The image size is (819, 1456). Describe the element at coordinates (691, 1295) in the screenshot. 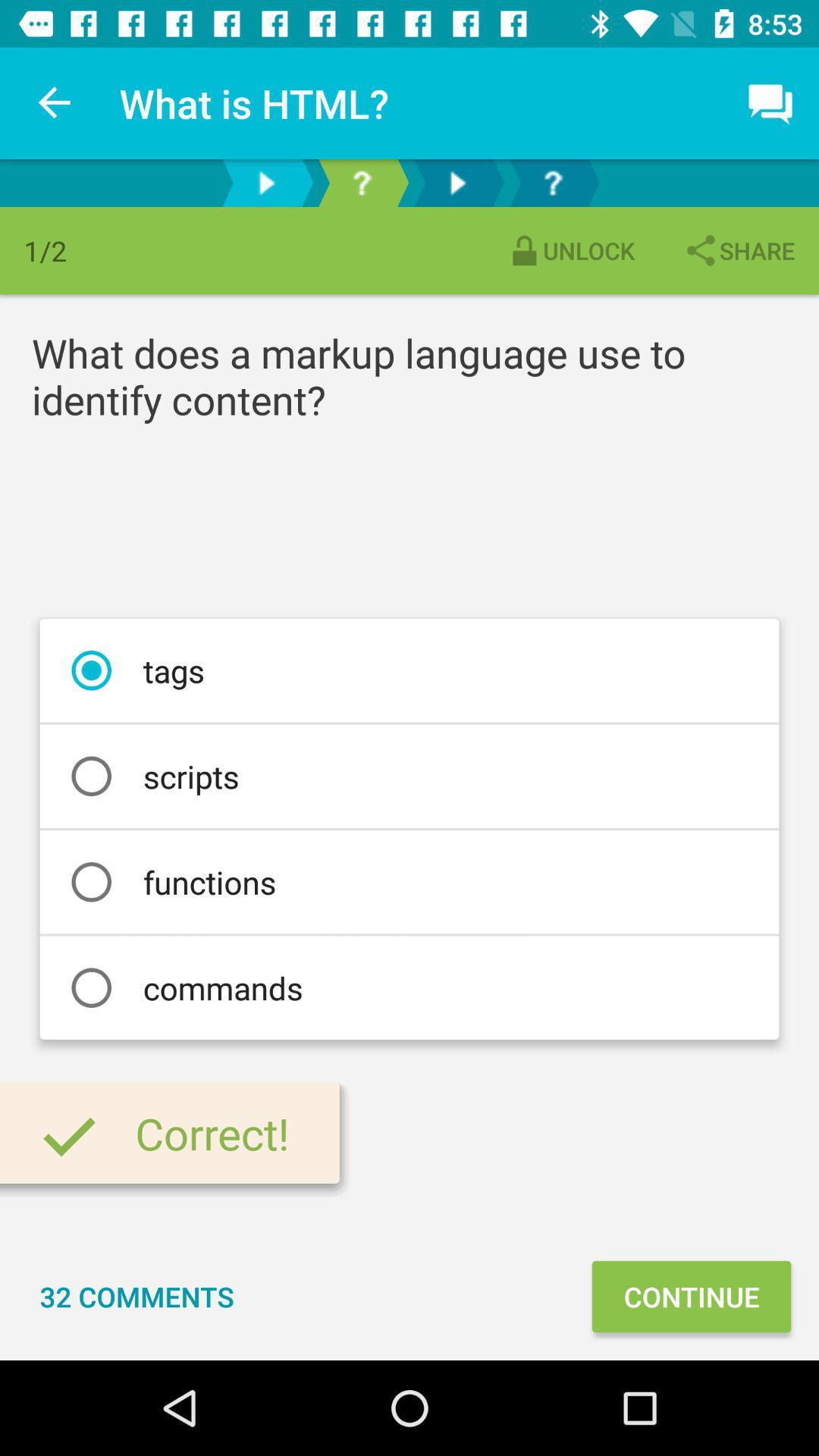

I see `the item to the right of the 32 comments` at that location.